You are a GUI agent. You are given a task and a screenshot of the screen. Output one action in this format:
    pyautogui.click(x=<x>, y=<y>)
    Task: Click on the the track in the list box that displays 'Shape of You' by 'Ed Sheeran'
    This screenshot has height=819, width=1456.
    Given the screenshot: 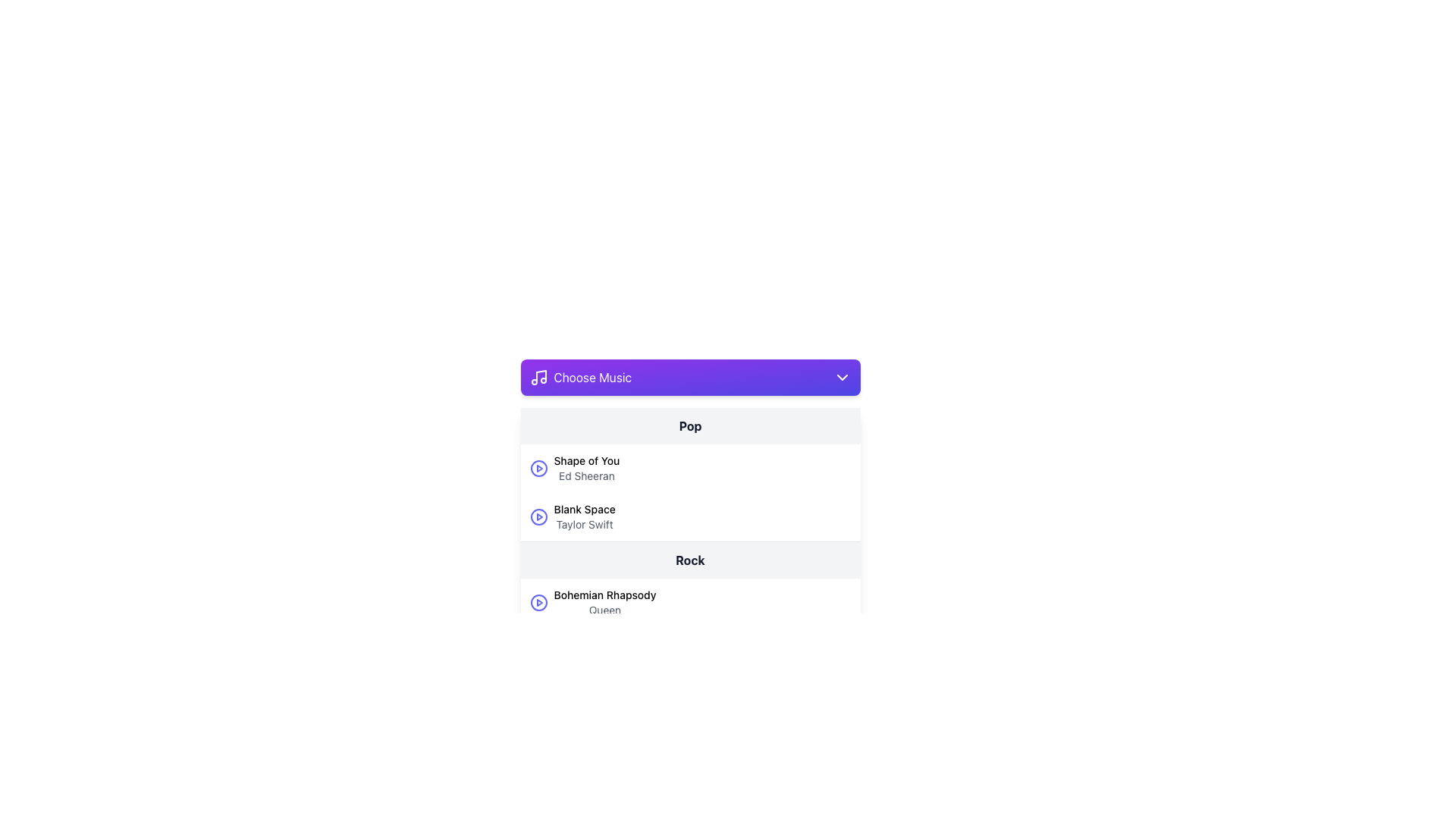 What is the action you would take?
    pyautogui.click(x=689, y=474)
    